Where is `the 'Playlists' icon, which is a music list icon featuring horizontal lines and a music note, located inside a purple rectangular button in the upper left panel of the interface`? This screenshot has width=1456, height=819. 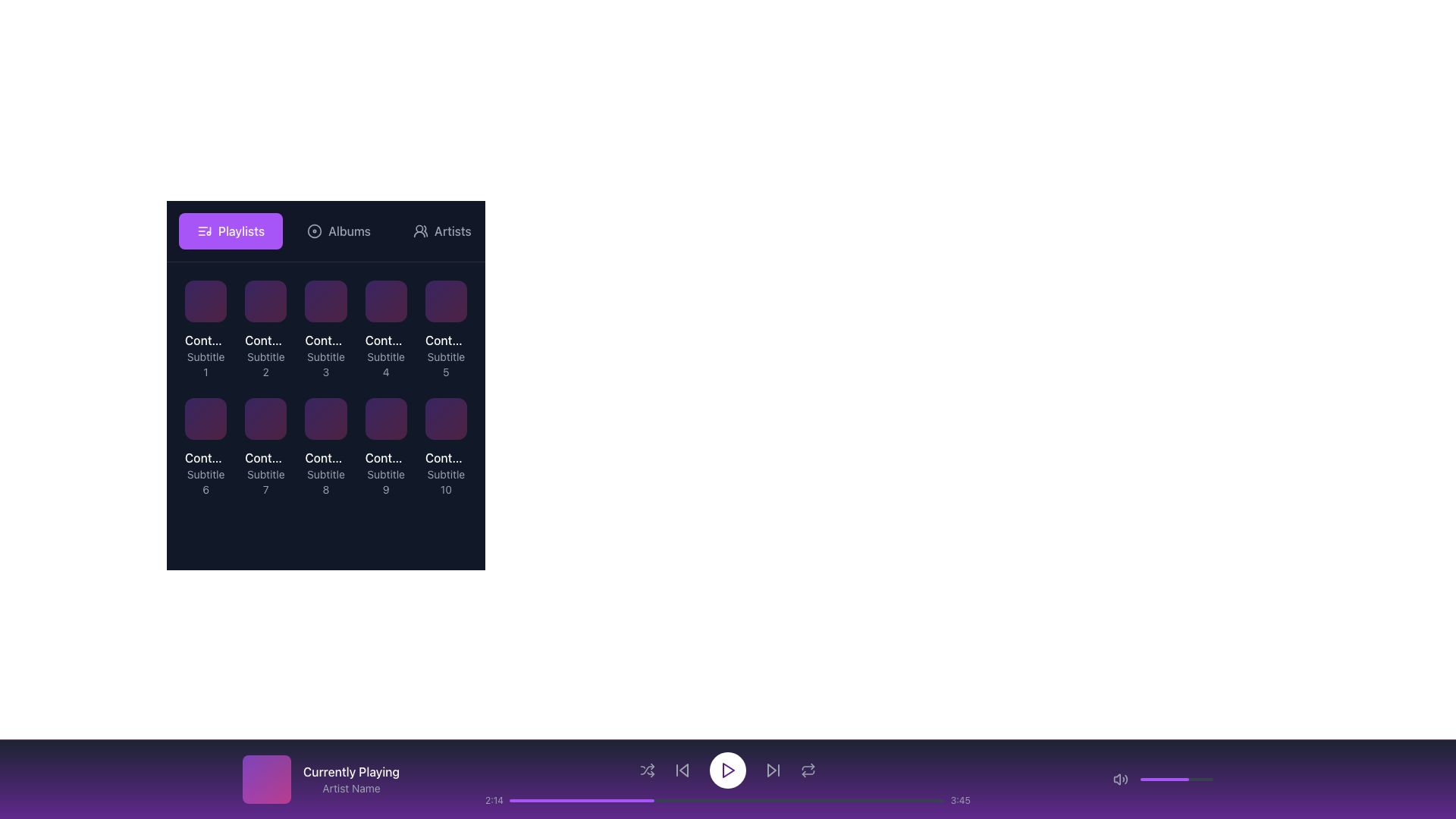 the 'Playlists' icon, which is a music list icon featuring horizontal lines and a music note, located inside a purple rectangular button in the upper left panel of the interface is located at coordinates (203, 231).